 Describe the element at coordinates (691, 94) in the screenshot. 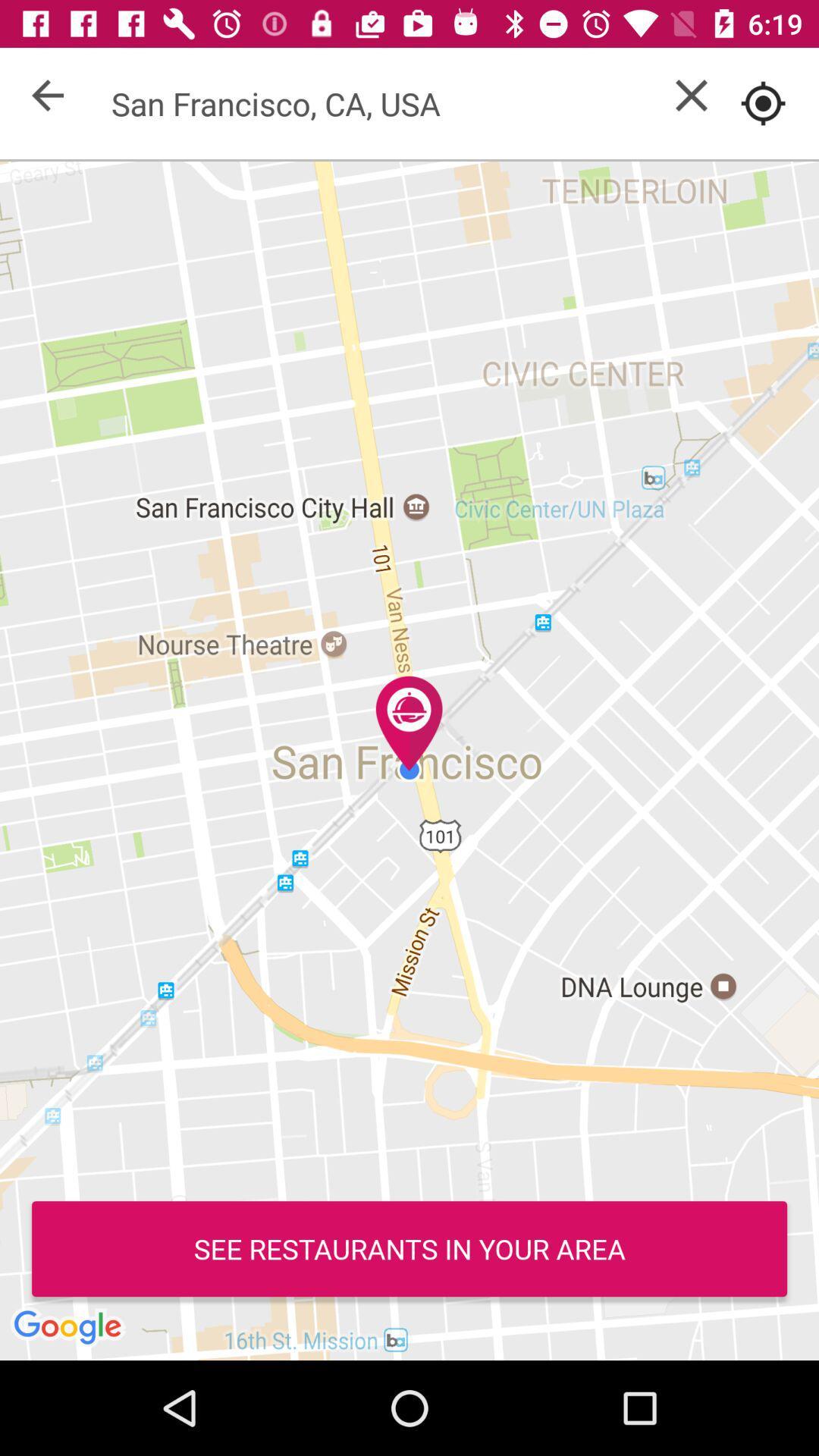

I see `out screen` at that location.